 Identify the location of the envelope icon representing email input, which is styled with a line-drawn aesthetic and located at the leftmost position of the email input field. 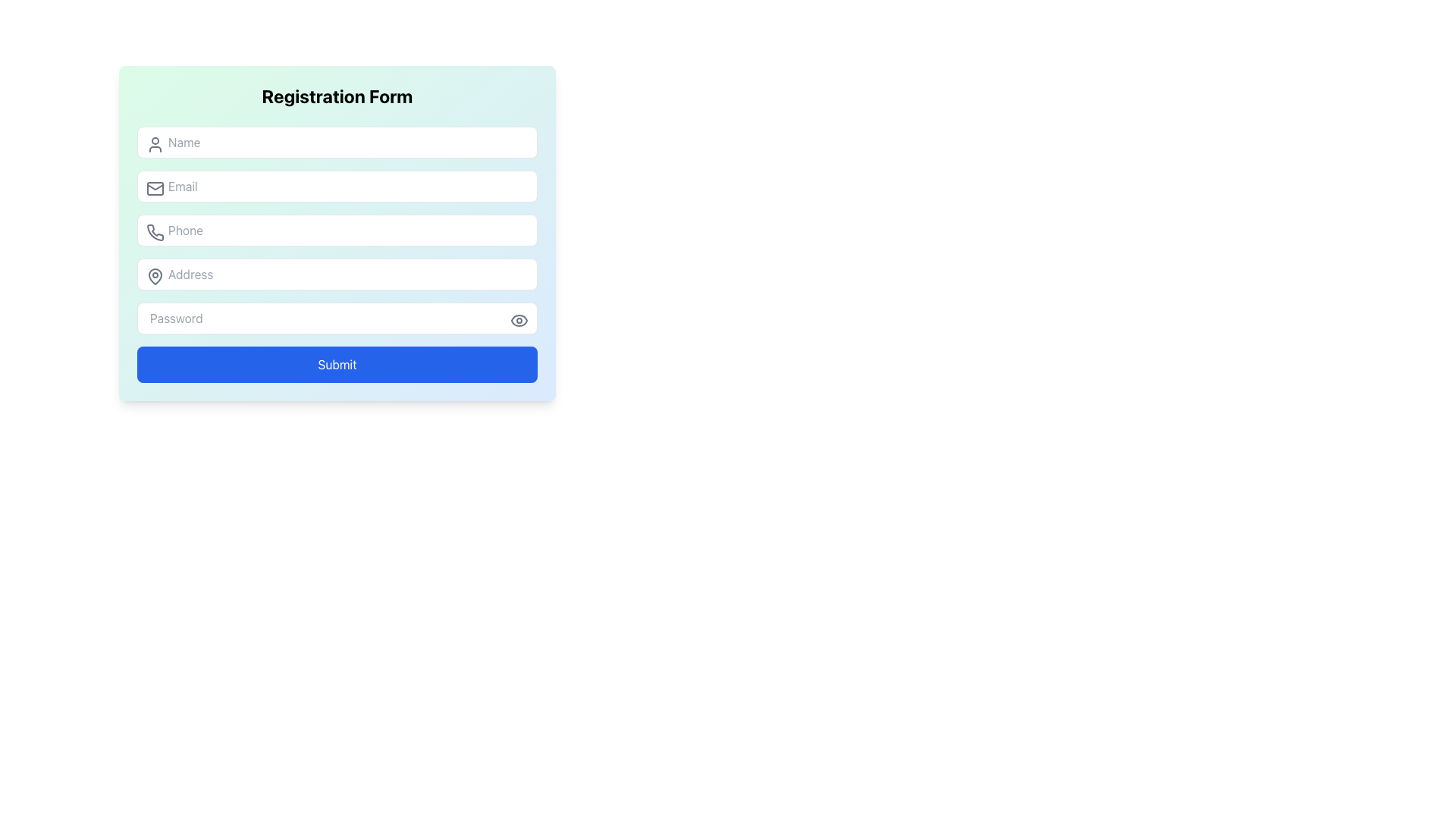
(155, 188).